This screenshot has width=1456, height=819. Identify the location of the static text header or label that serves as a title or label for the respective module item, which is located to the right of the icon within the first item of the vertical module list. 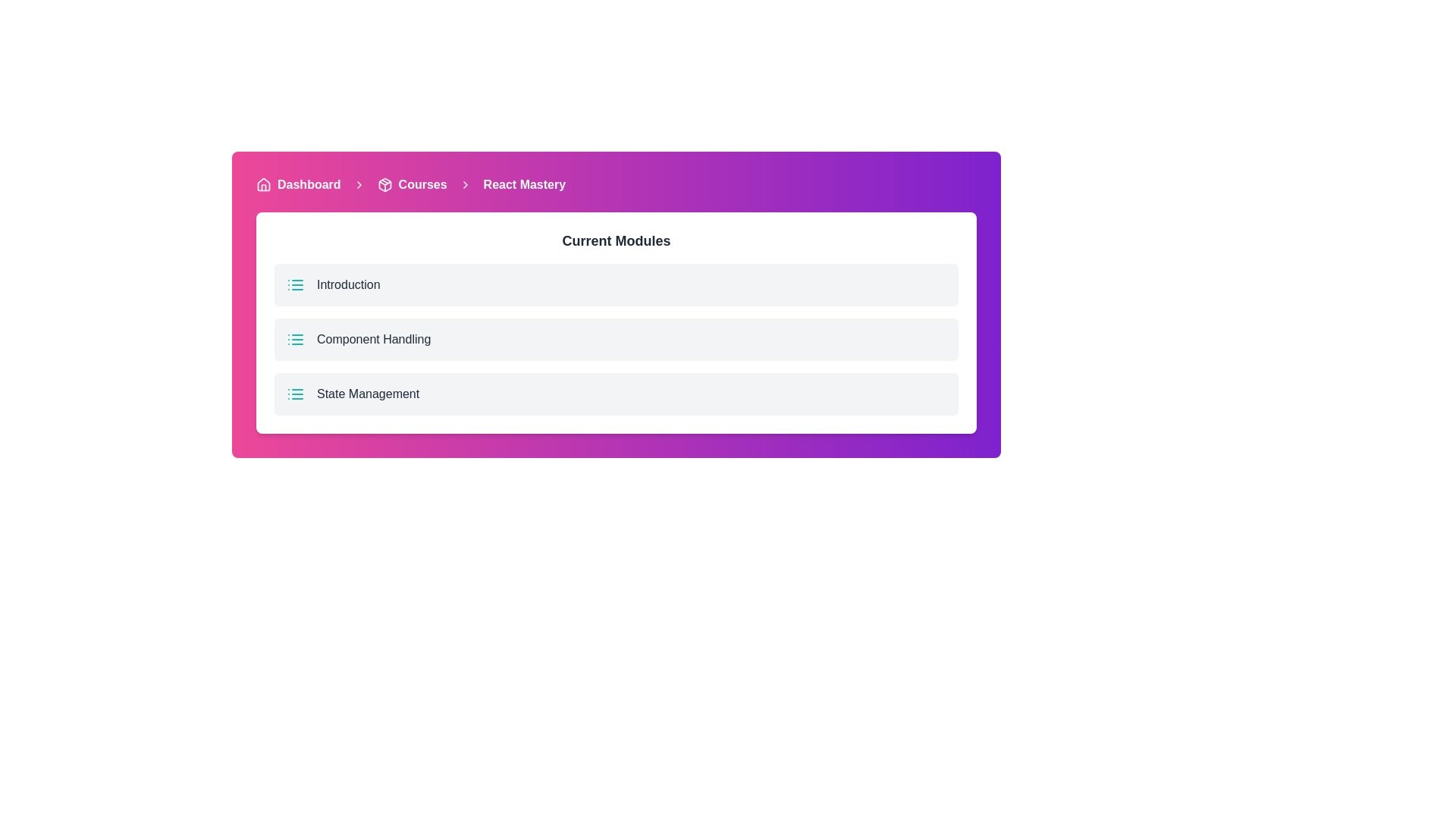
(347, 284).